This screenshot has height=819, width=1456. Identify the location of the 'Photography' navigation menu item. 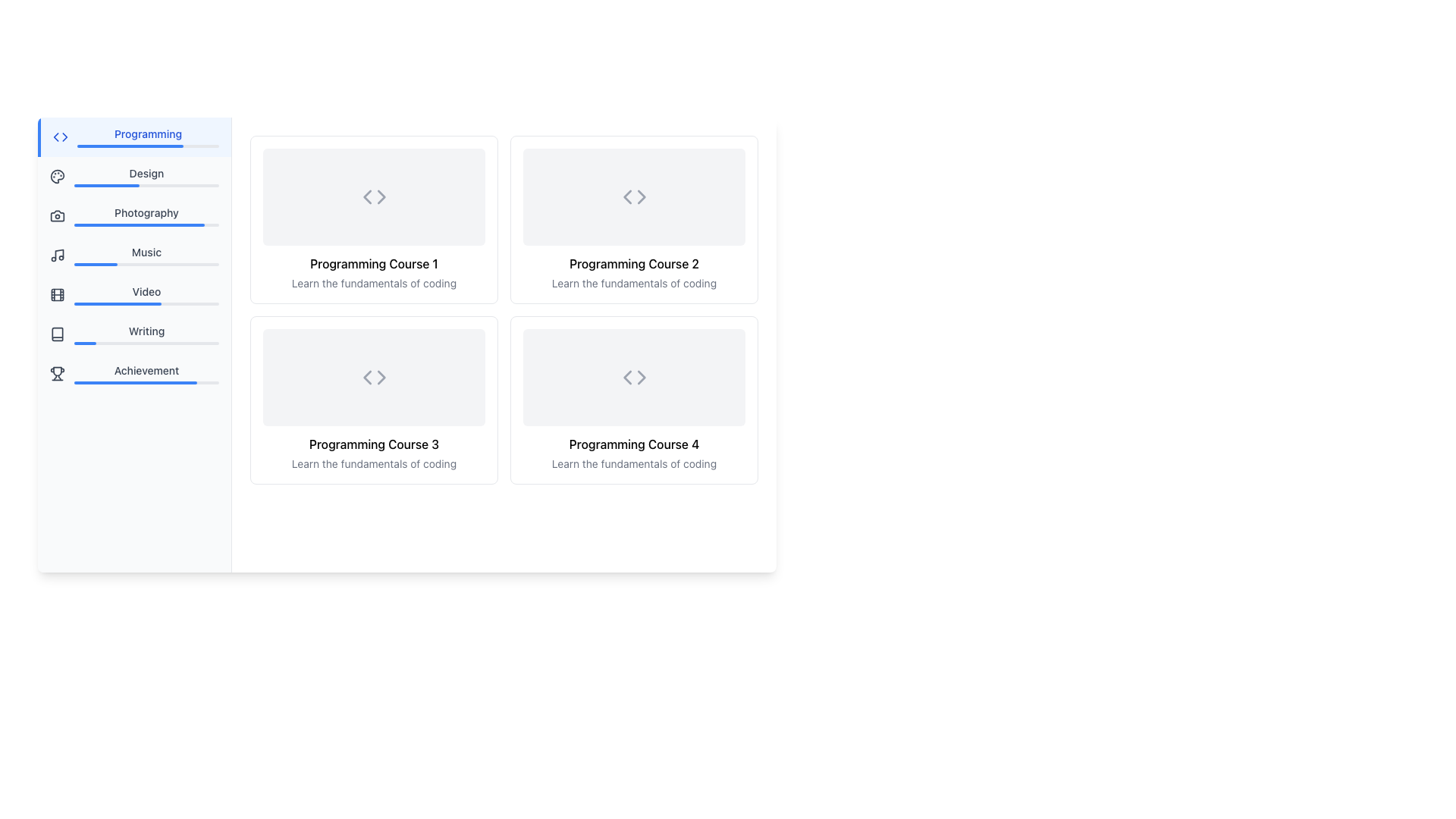
(146, 216).